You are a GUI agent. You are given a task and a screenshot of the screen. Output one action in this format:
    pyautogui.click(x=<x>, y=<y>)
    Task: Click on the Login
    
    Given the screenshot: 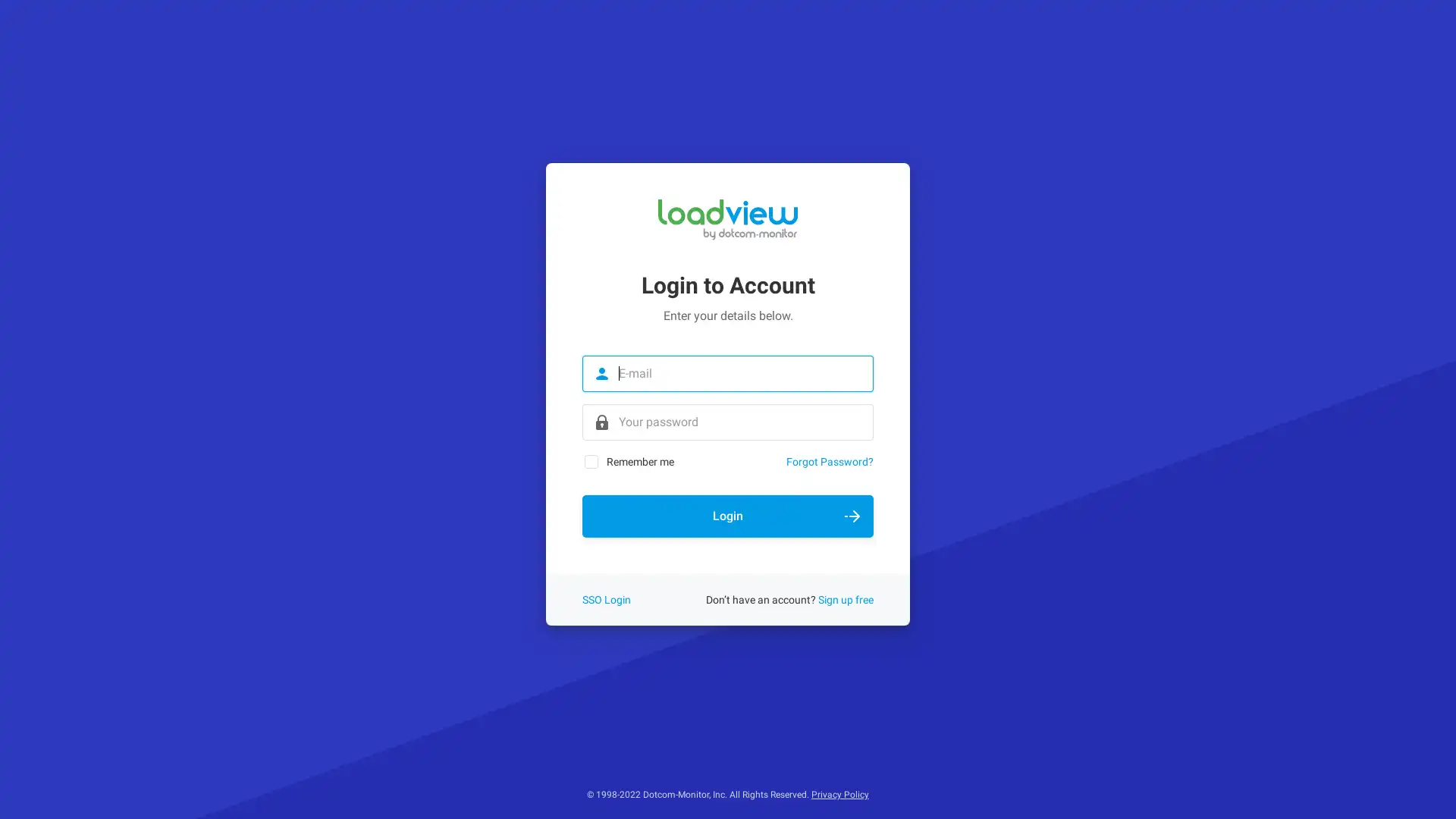 What is the action you would take?
    pyautogui.click(x=728, y=514)
    